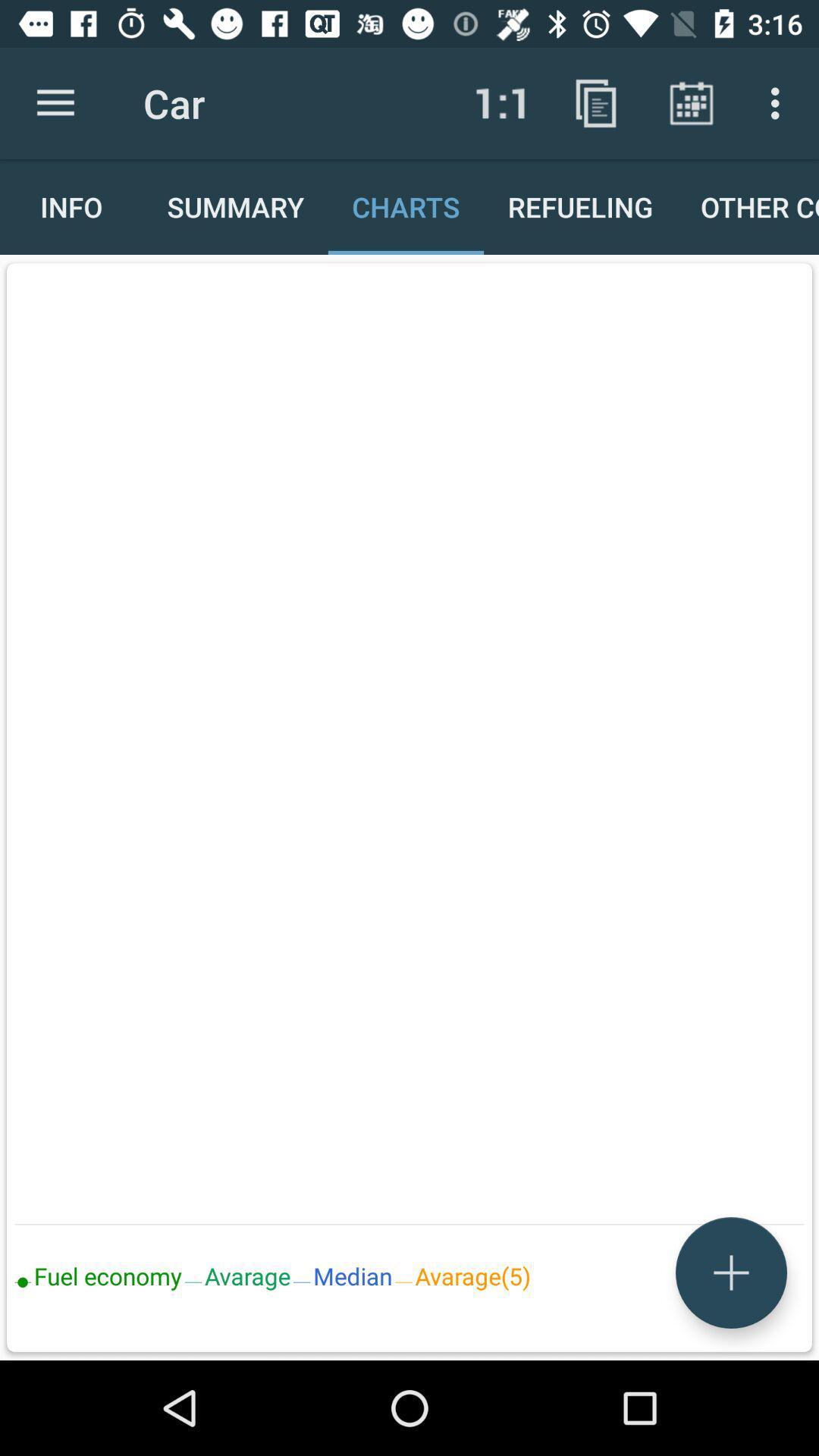  I want to click on the add icon, so click(730, 1272).